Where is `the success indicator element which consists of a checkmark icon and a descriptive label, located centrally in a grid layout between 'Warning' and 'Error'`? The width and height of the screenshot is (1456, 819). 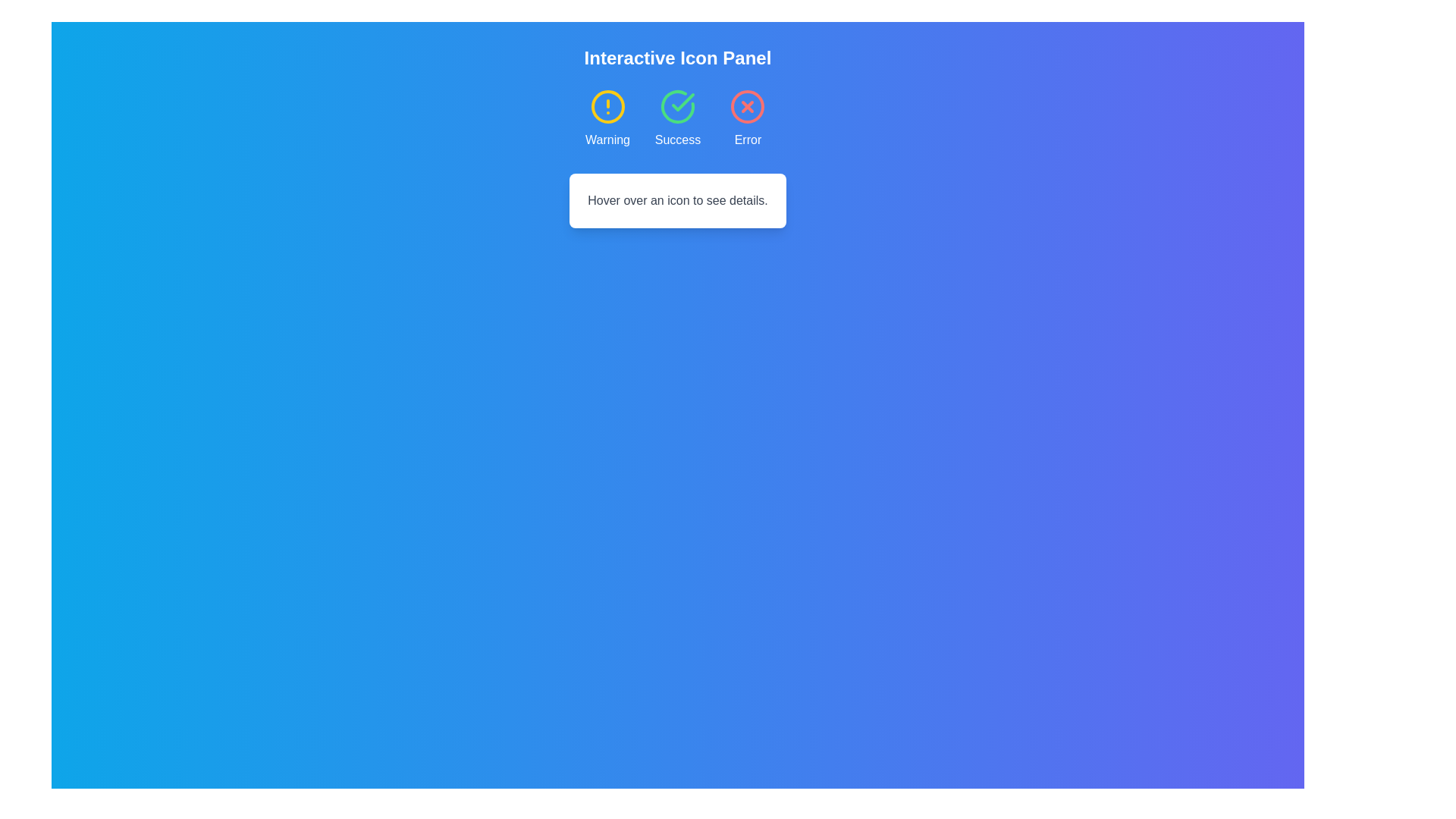 the success indicator element which consists of a checkmark icon and a descriptive label, located centrally in a grid layout between 'Warning' and 'Error' is located at coordinates (676, 118).